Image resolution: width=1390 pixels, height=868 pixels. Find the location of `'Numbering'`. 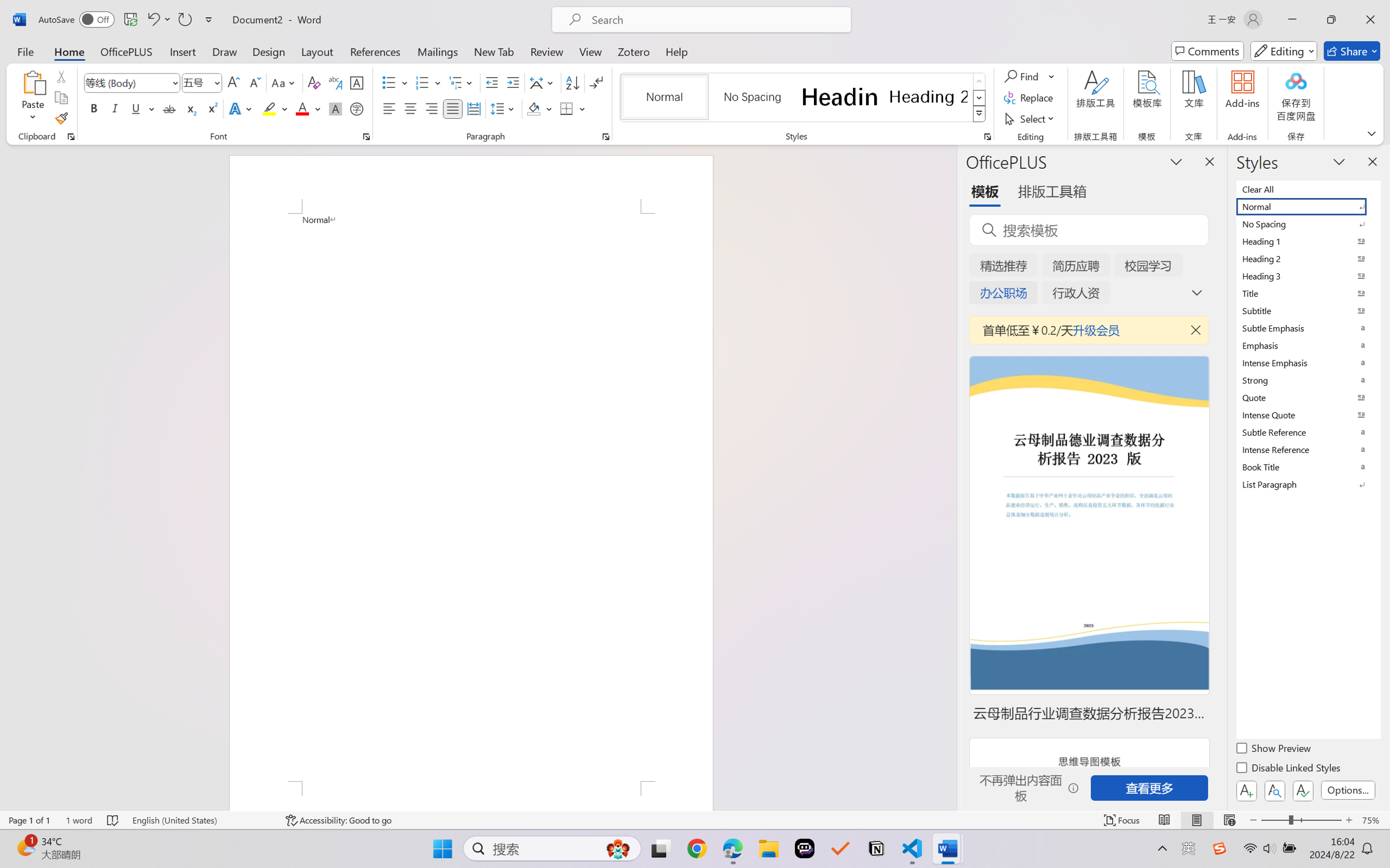

'Numbering' is located at coordinates (428, 83).